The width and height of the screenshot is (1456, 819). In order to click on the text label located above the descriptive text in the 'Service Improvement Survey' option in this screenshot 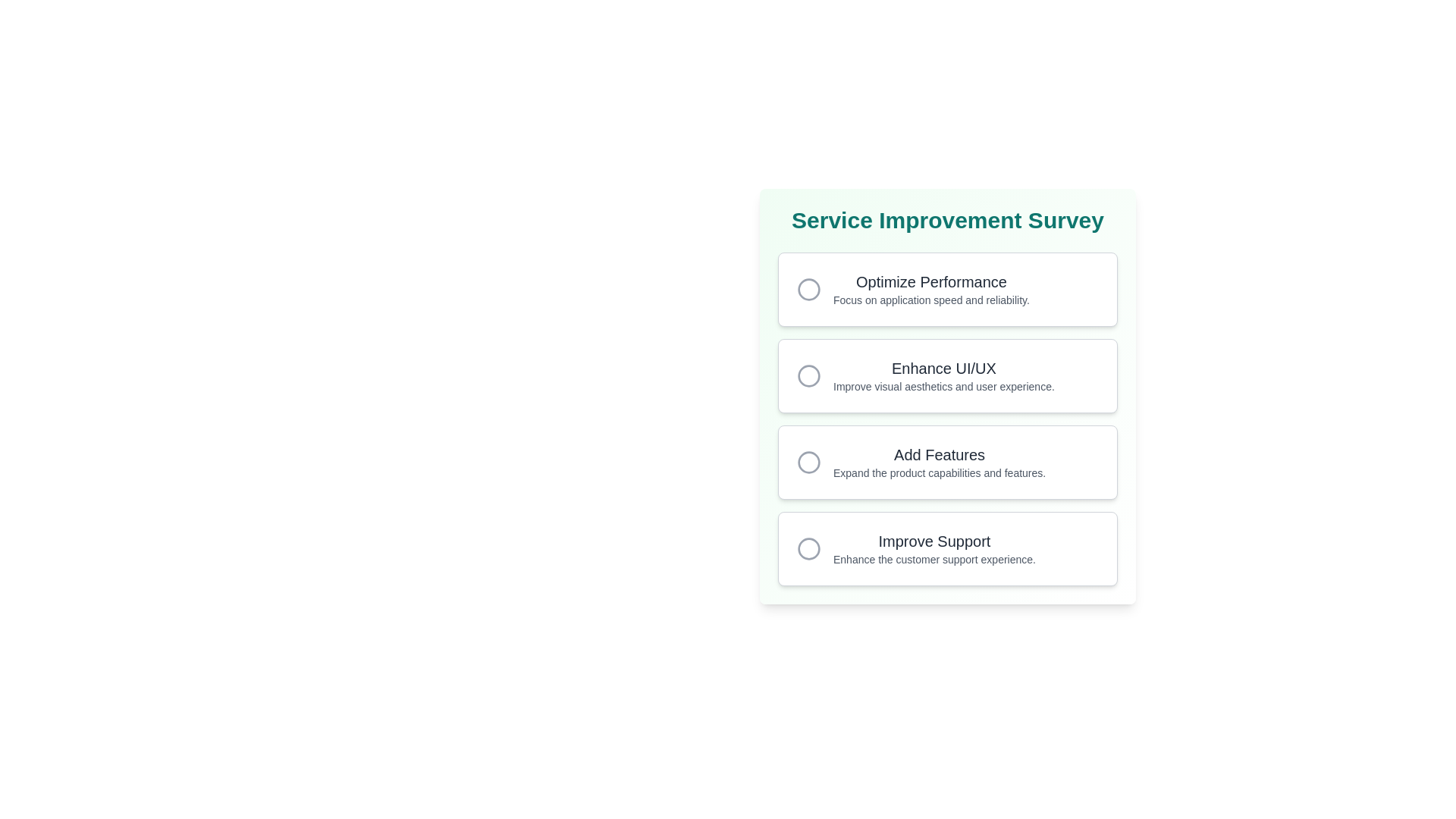, I will do `click(930, 281)`.